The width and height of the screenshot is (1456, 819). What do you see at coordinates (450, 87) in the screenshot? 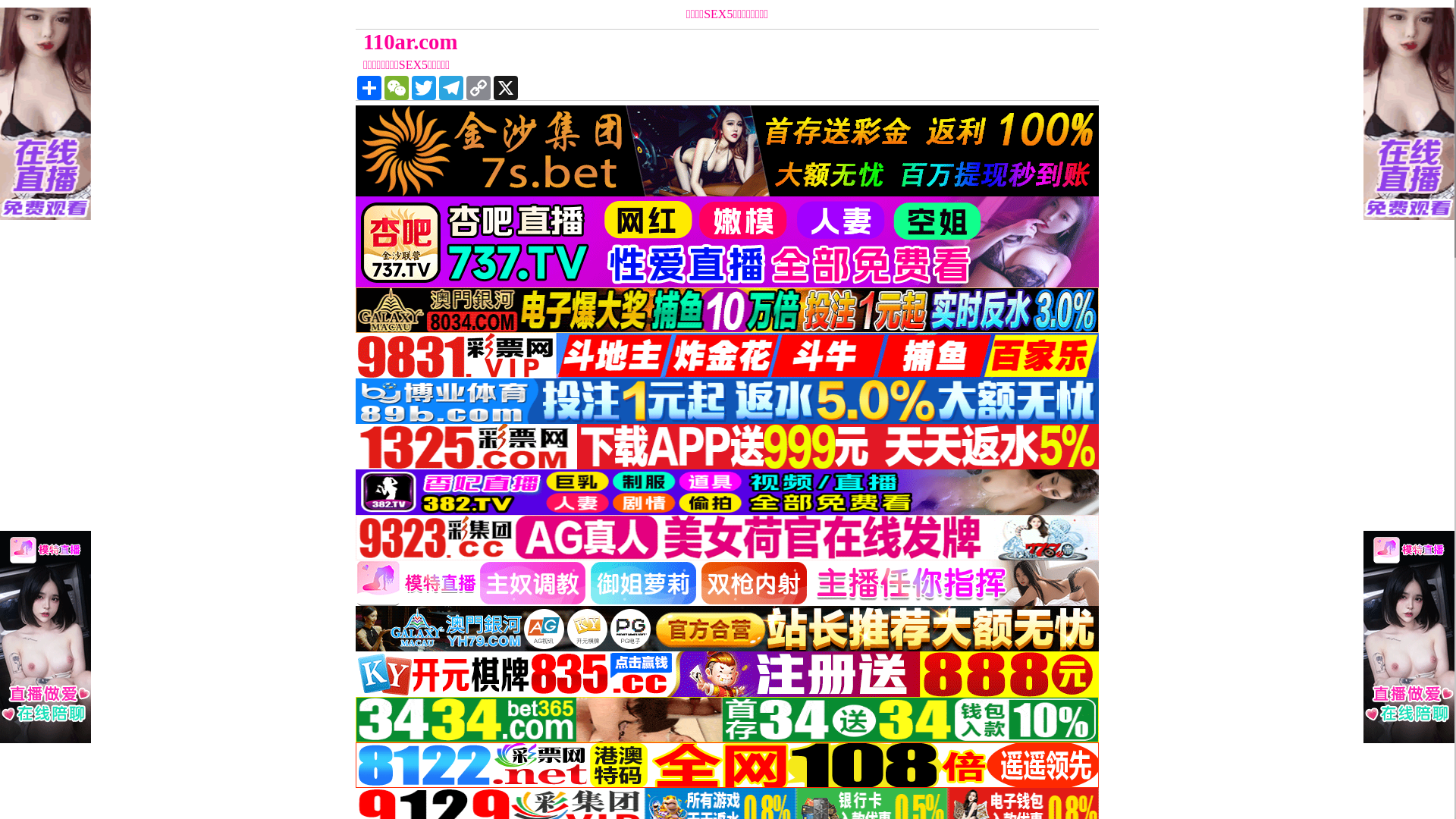
I see `'Telegram'` at bounding box center [450, 87].